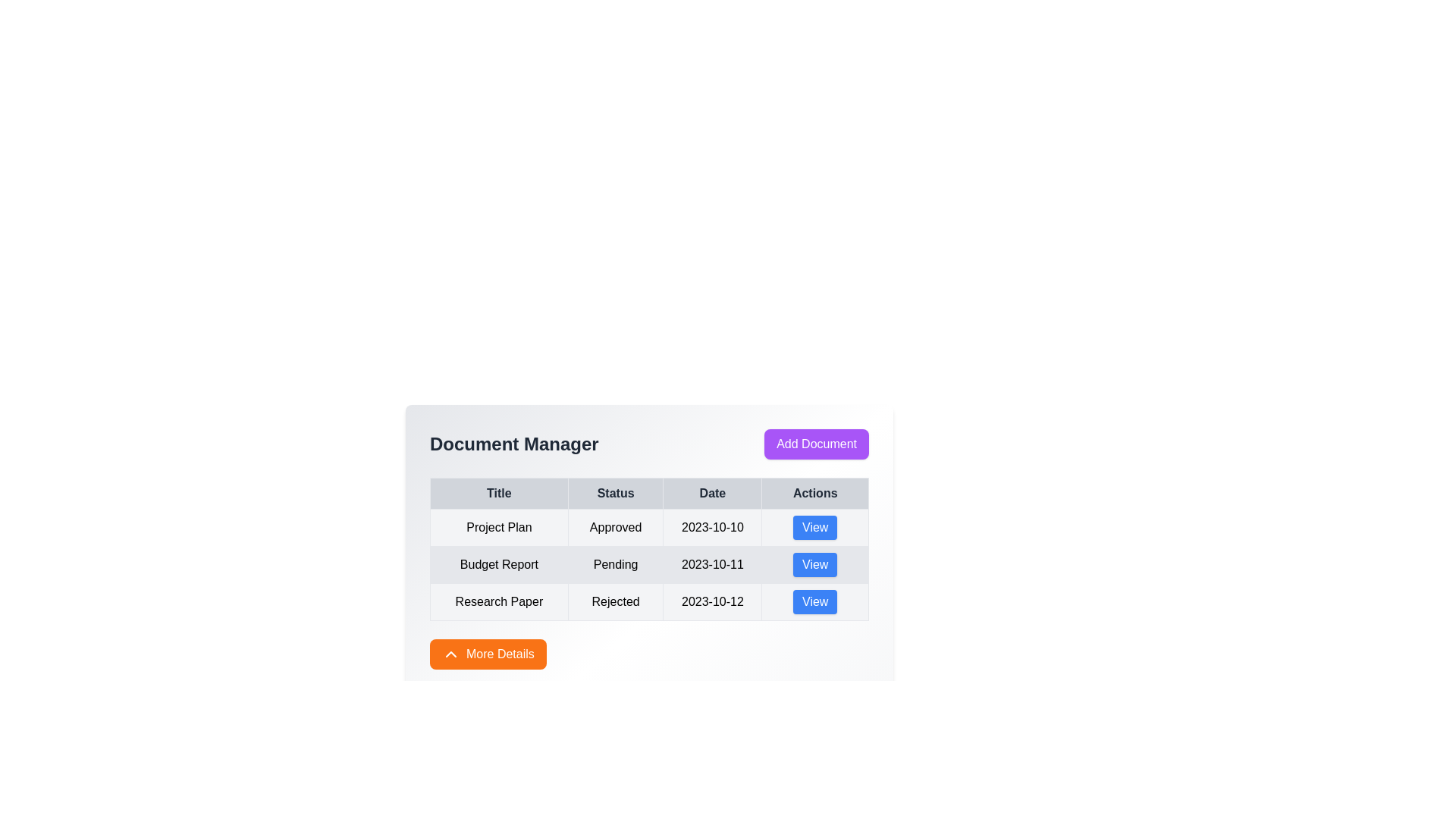 The image size is (1456, 819). What do you see at coordinates (616, 526) in the screenshot?
I see `the static text cell indicating the approval status of the 'Project Plan' in the Status column of the table` at bounding box center [616, 526].